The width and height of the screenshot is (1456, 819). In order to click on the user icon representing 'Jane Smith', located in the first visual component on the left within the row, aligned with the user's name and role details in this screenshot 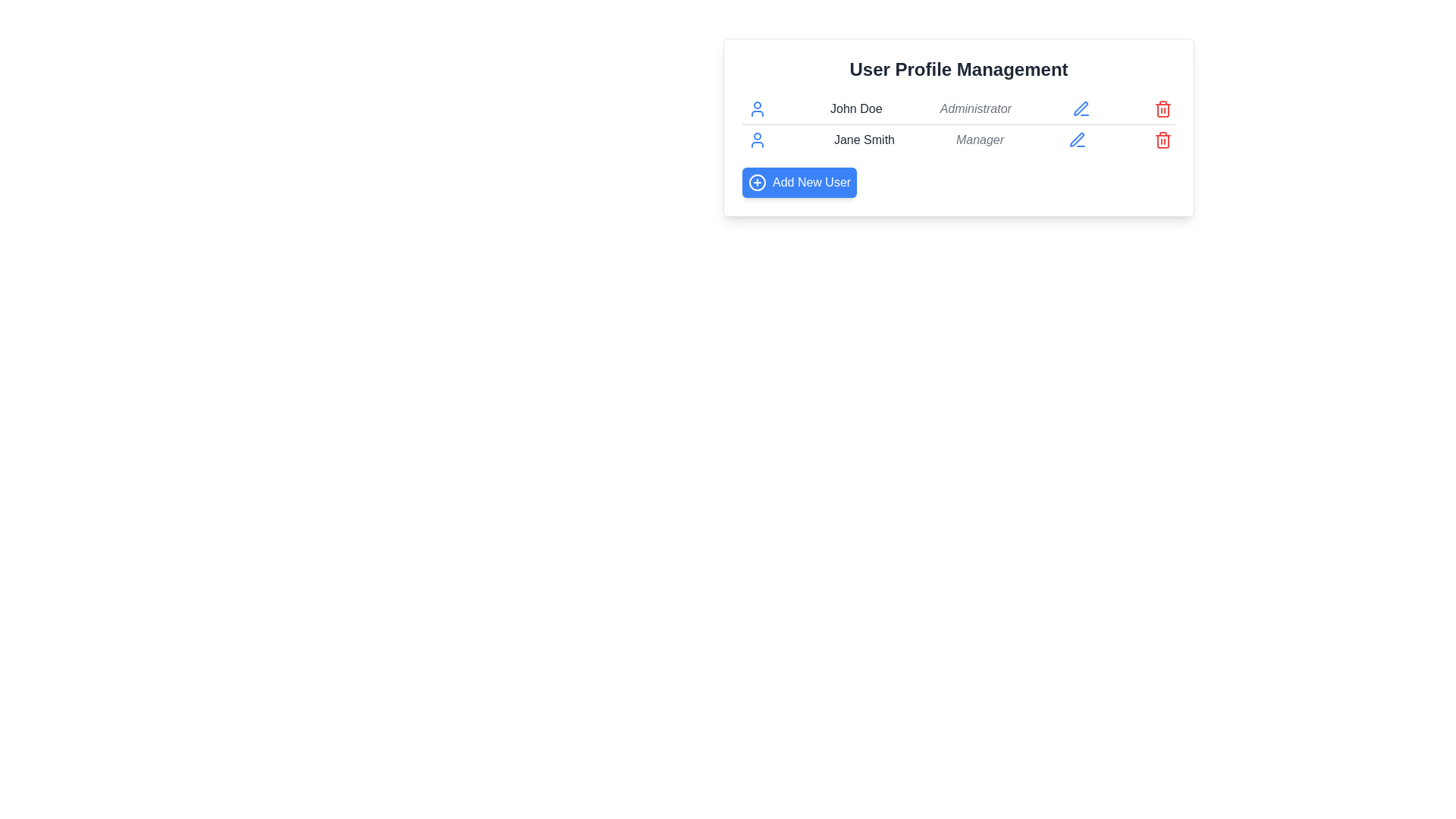, I will do `click(757, 140)`.